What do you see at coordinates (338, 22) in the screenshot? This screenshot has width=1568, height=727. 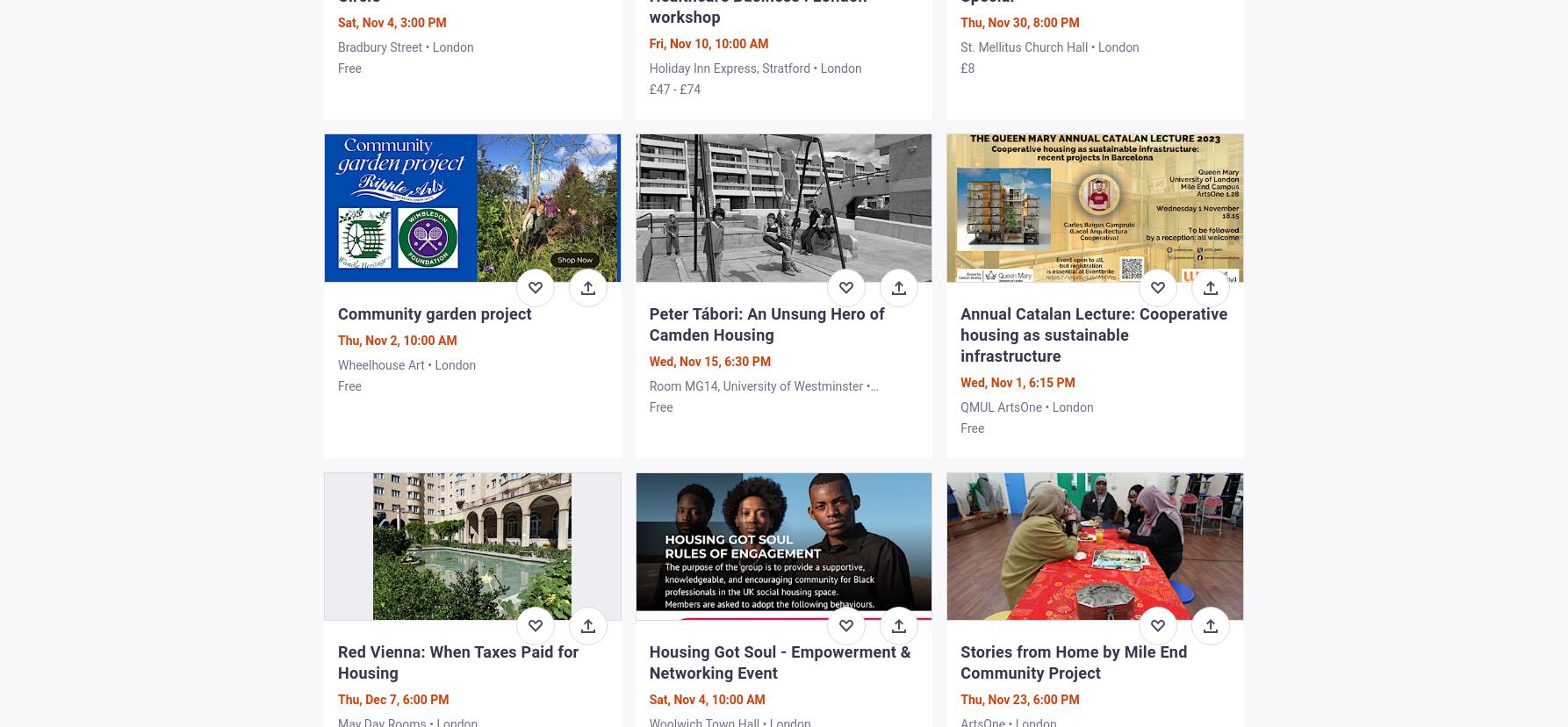 I see `'Sat, Nov 4, 3:00 PM'` at bounding box center [338, 22].